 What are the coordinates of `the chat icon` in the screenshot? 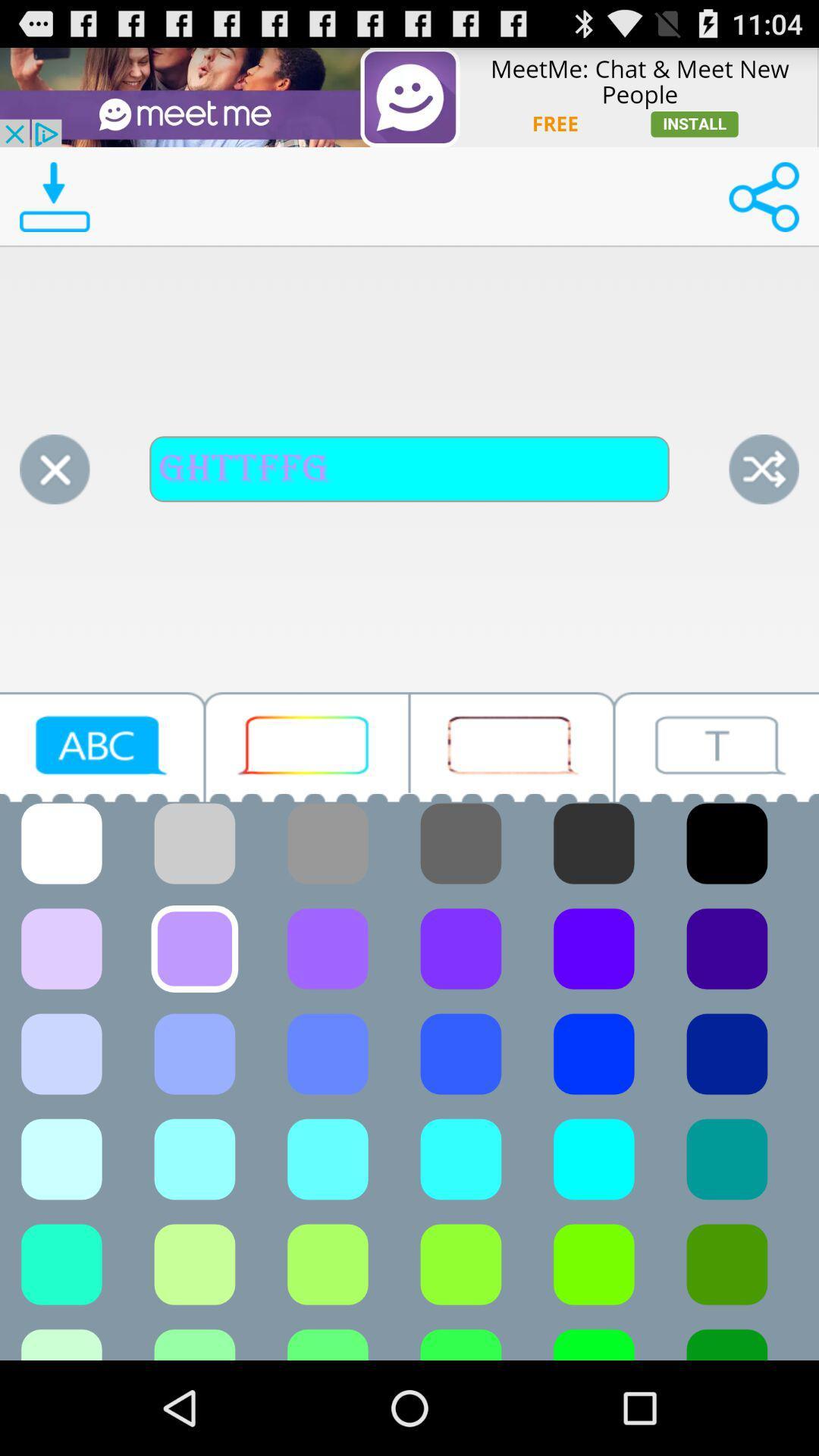 It's located at (307, 799).